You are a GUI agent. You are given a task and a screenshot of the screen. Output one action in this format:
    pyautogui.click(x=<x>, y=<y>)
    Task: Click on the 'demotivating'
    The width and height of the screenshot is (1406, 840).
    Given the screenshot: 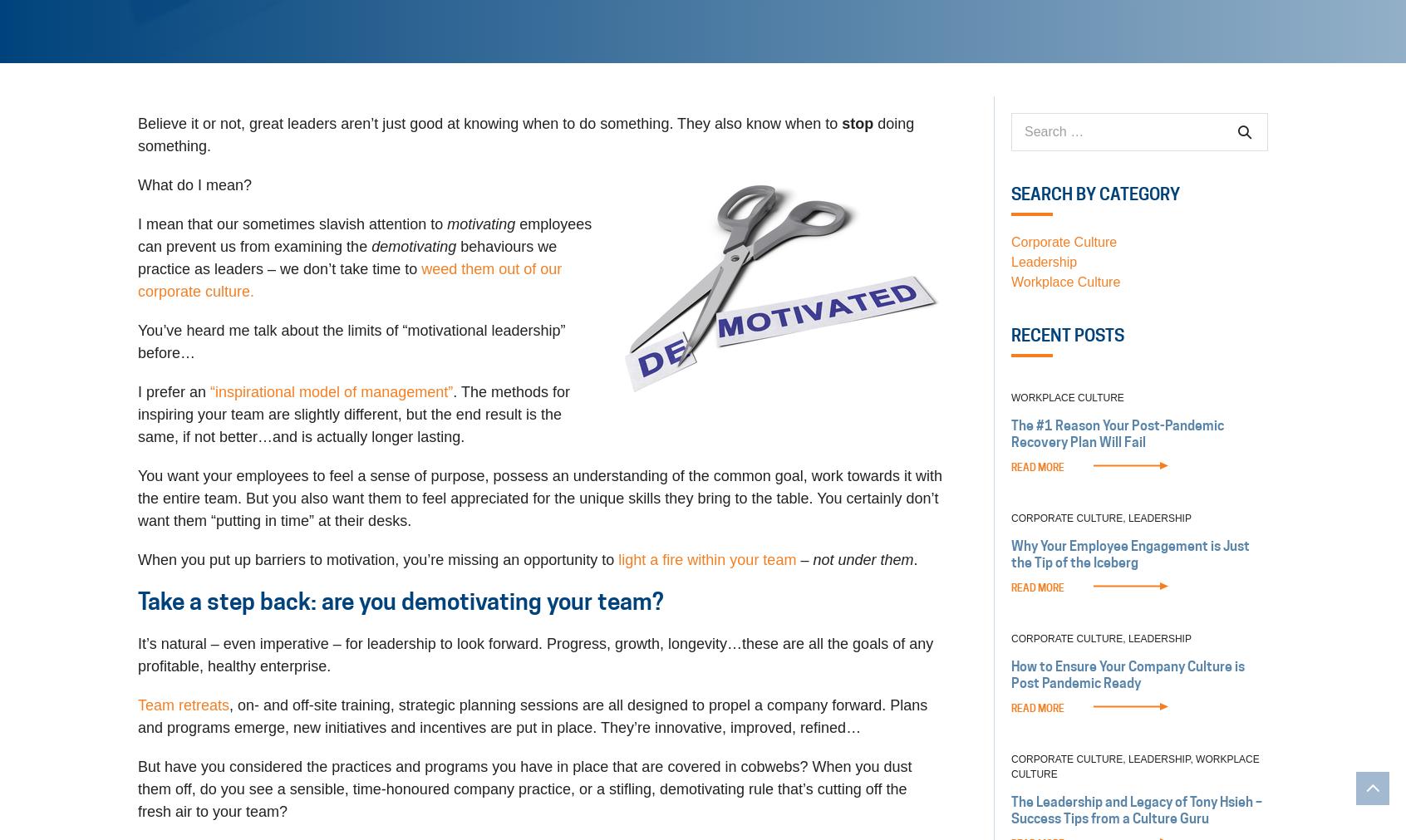 What is the action you would take?
    pyautogui.click(x=413, y=247)
    